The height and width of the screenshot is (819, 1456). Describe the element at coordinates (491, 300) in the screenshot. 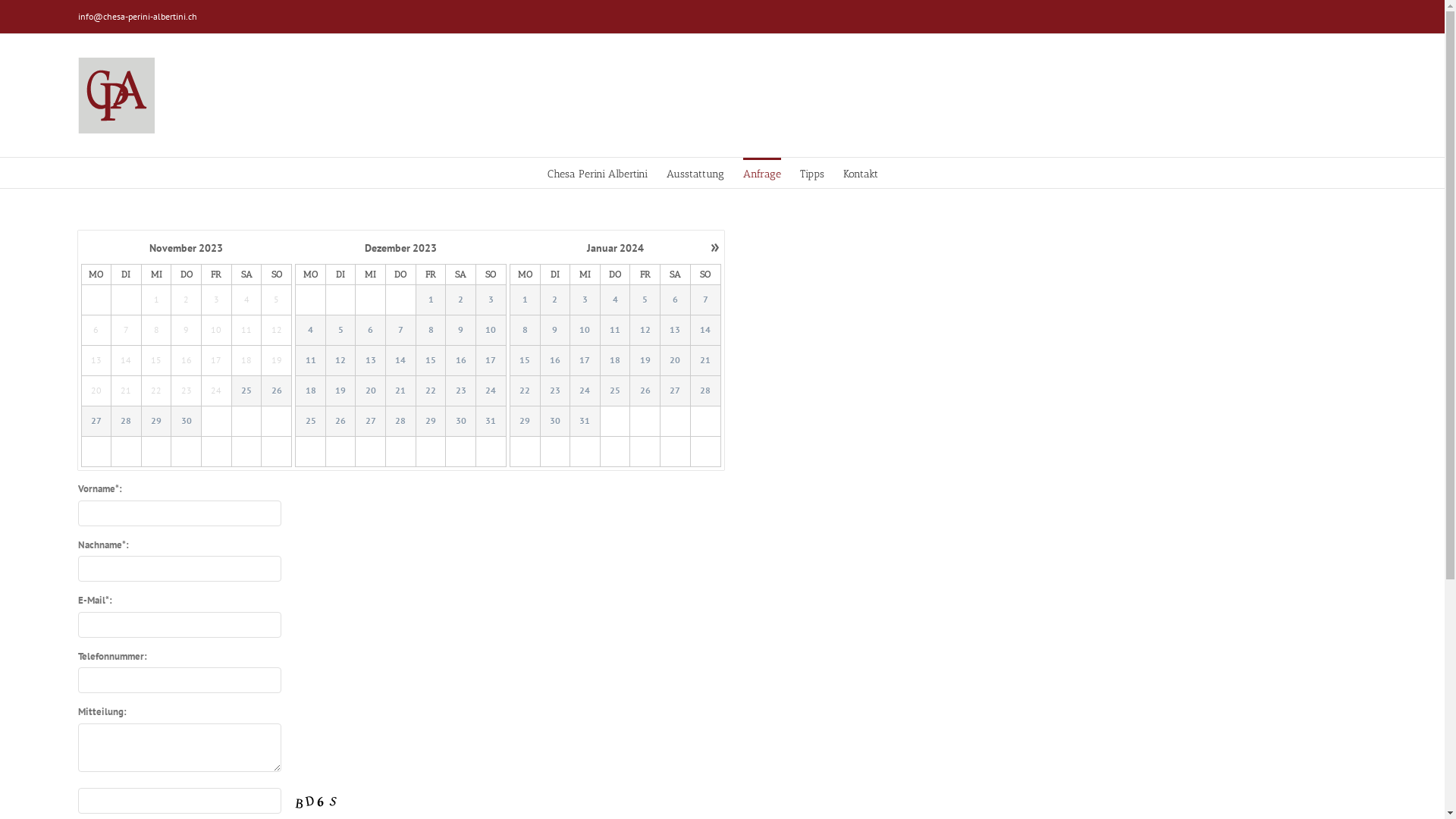

I see `'3'` at that location.